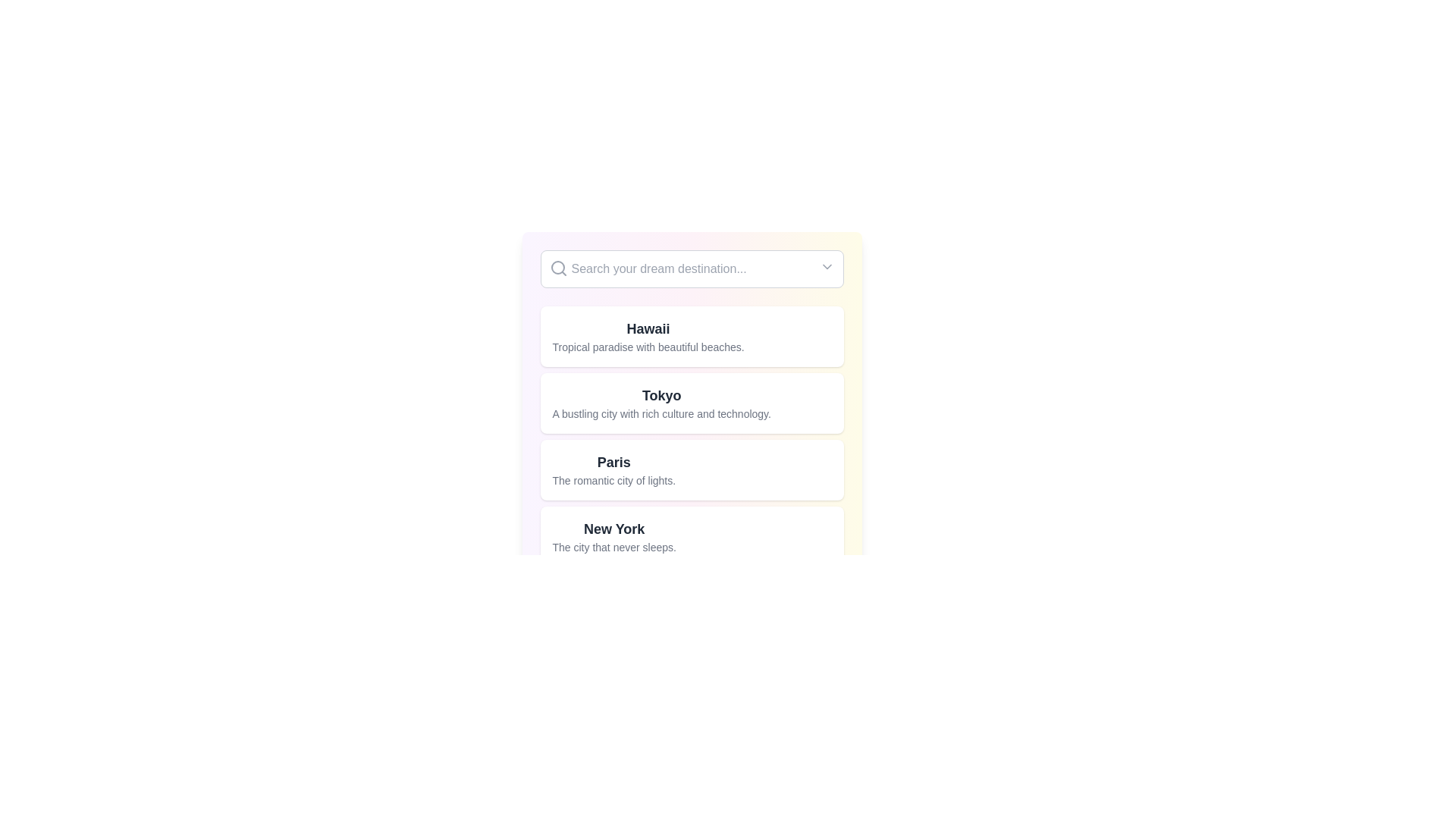 The height and width of the screenshot is (819, 1456). I want to click on the list item representing New York as a destination, so click(691, 536).